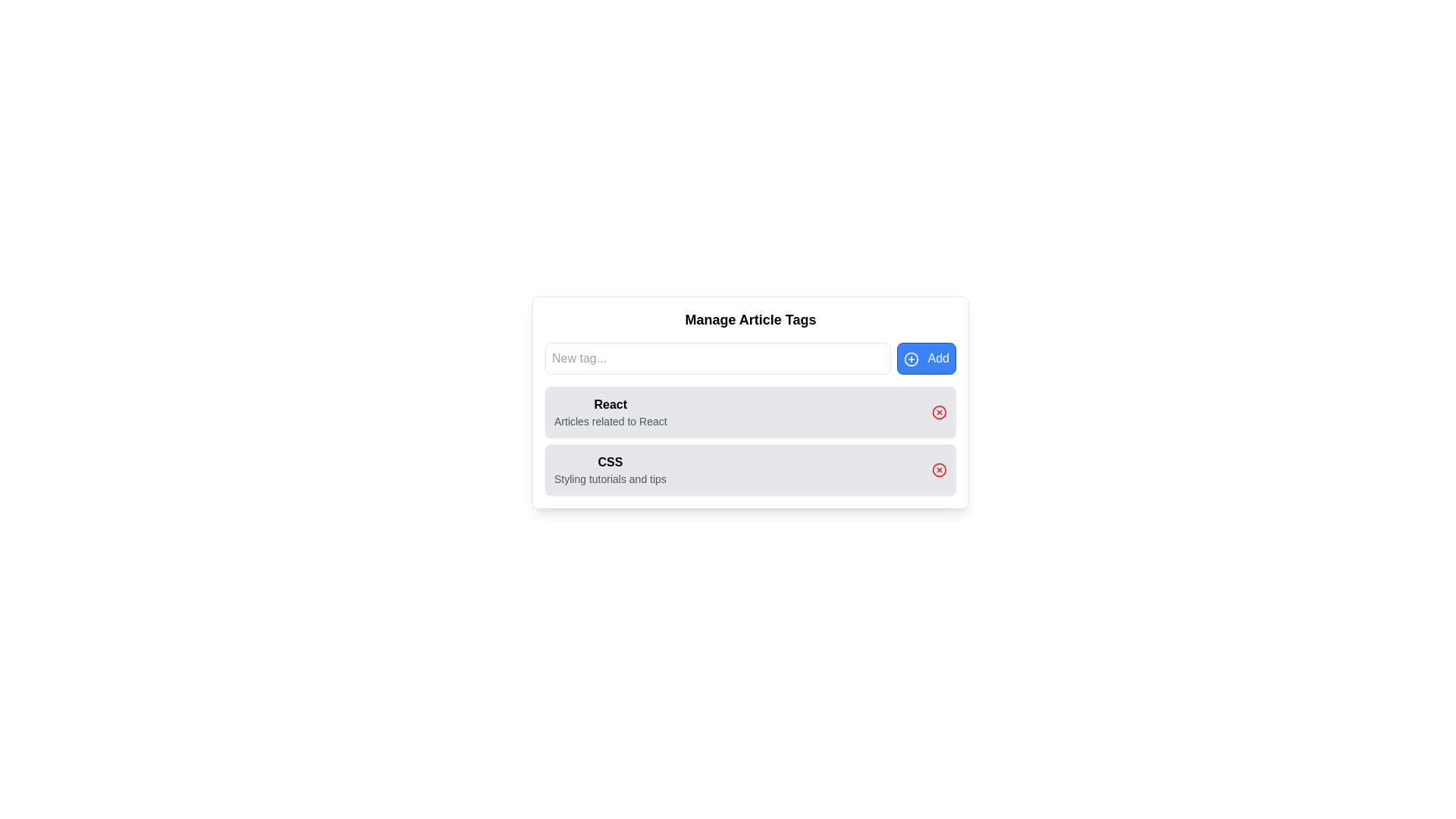 The width and height of the screenshot is (1456, 819). Describe the element at coordinates (925, 359) in the screenshot. I see `the button with an icon and label located to the right of the 'New tag...' input field` at that location.